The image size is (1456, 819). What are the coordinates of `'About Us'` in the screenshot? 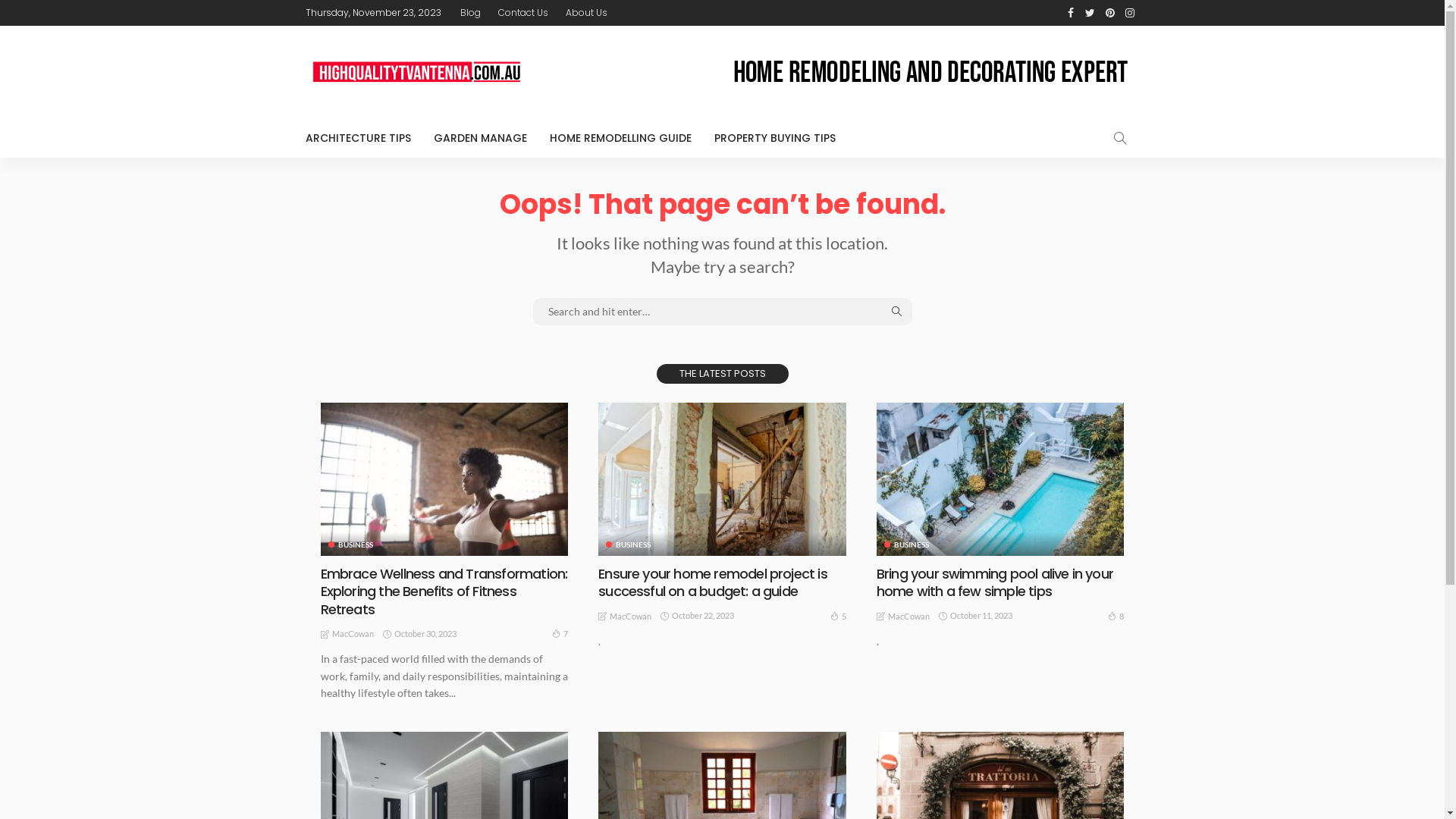 It's located at (585, 12).